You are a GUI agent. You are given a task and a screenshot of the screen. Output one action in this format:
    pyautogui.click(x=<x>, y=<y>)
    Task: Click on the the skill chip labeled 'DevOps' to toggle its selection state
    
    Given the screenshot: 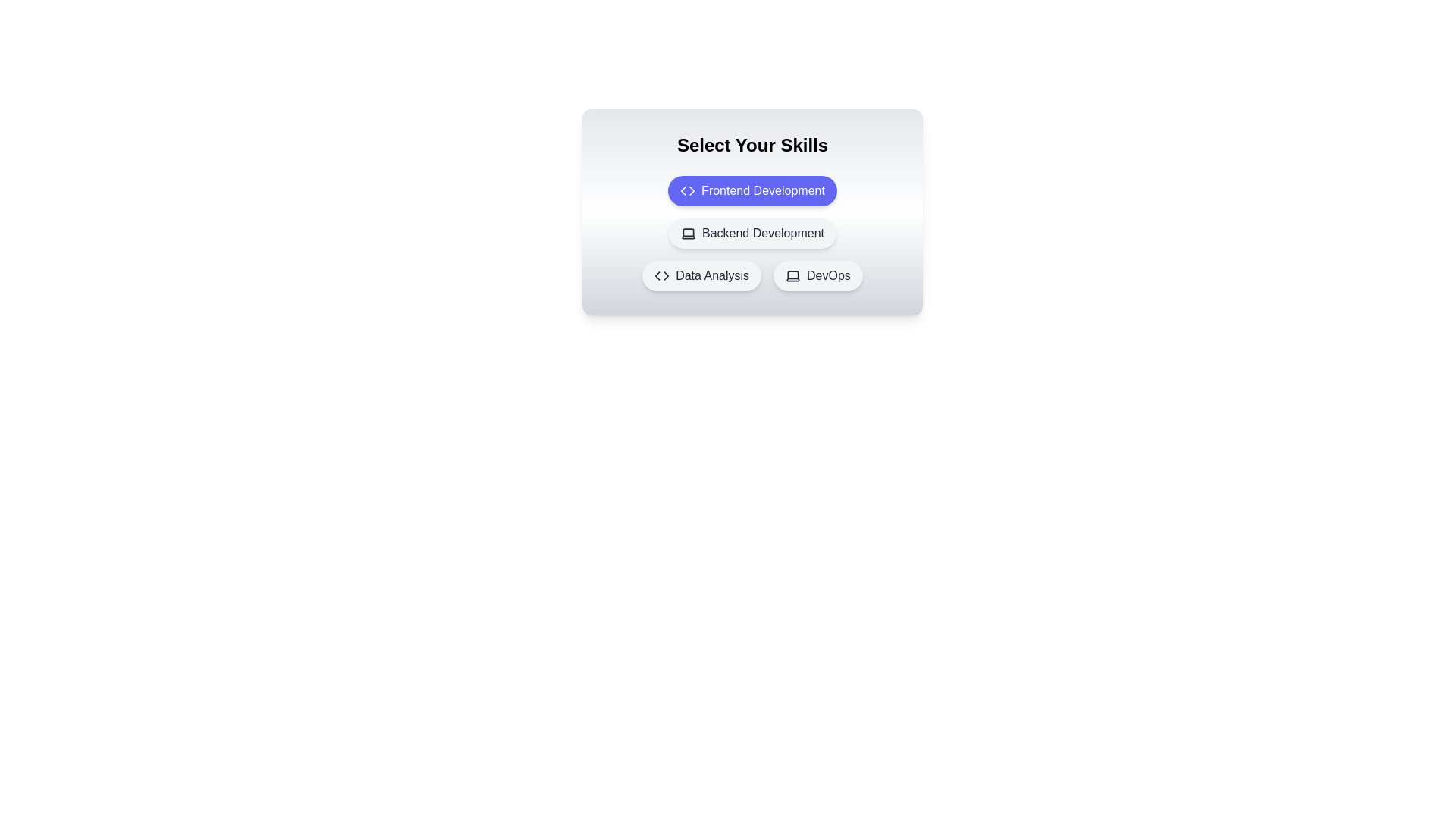 What is the action you would take?
    pyautogui.click(x=817, y=275)
    